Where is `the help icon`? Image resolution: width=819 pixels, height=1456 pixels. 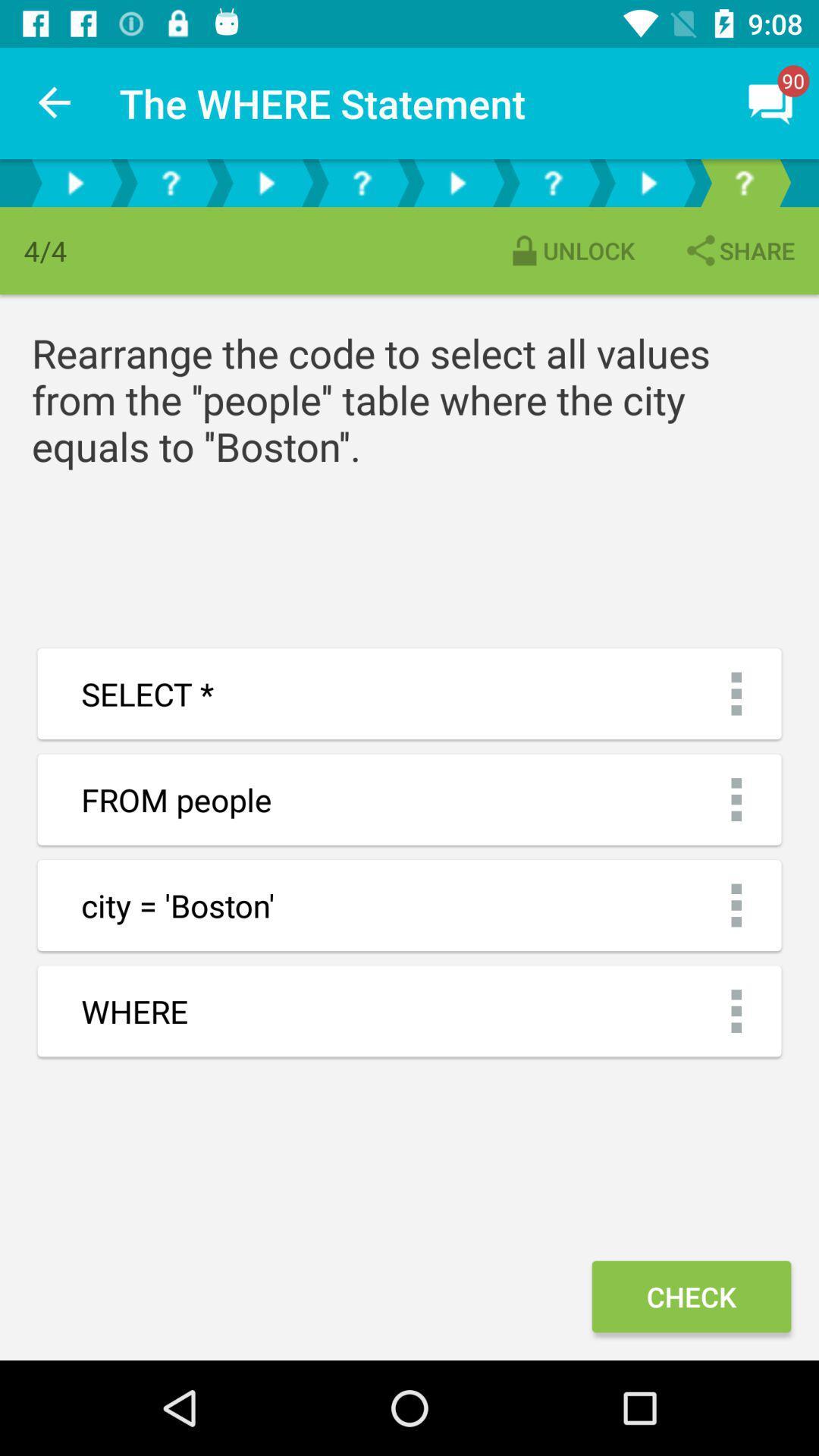
the help icon is located at coordinates (362, 182).